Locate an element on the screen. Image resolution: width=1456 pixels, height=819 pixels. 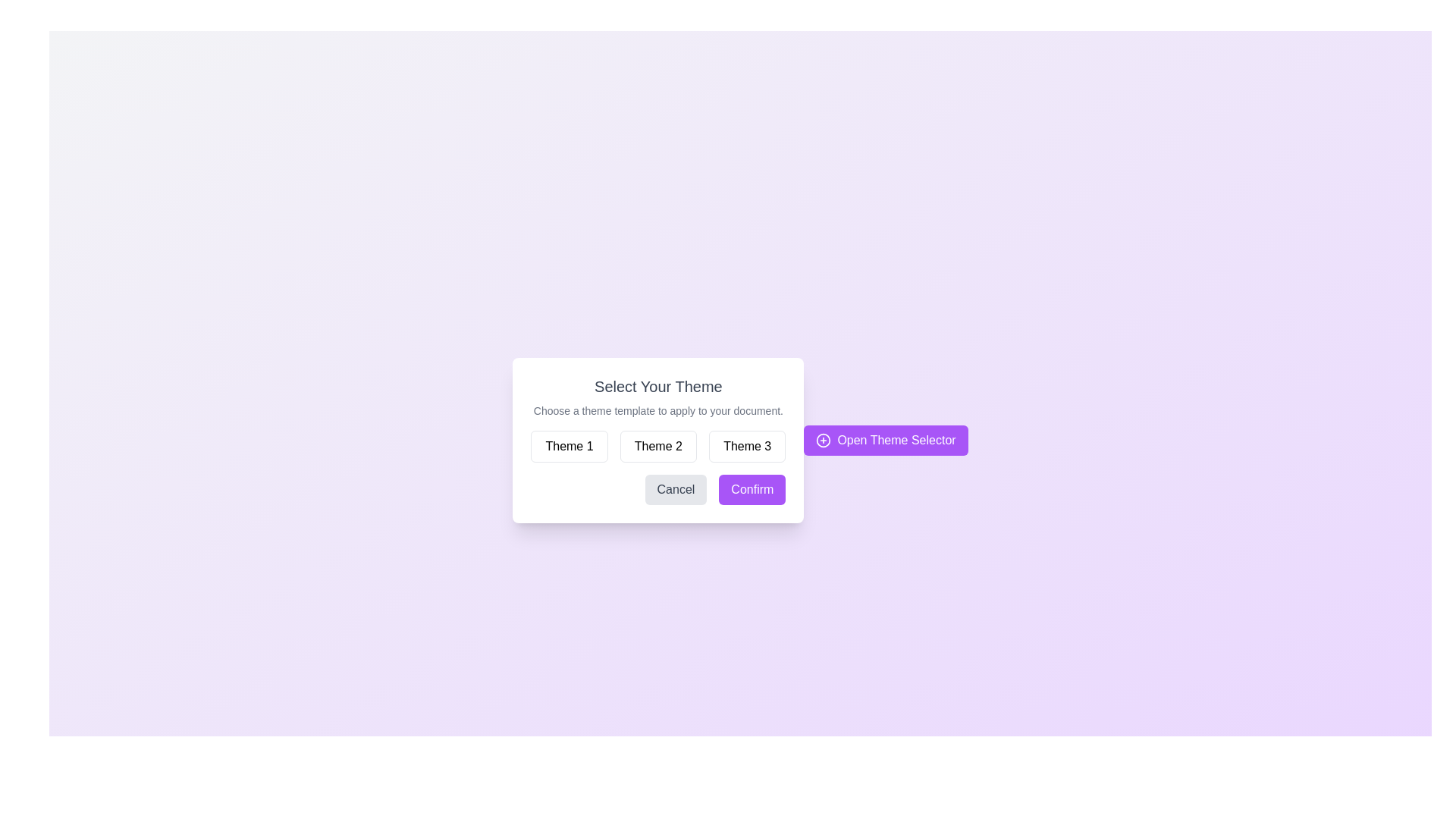
the circular icon with a plus symbol, located to the left of the 'Open Theme Selector' button is located at coordinates (823, 441).